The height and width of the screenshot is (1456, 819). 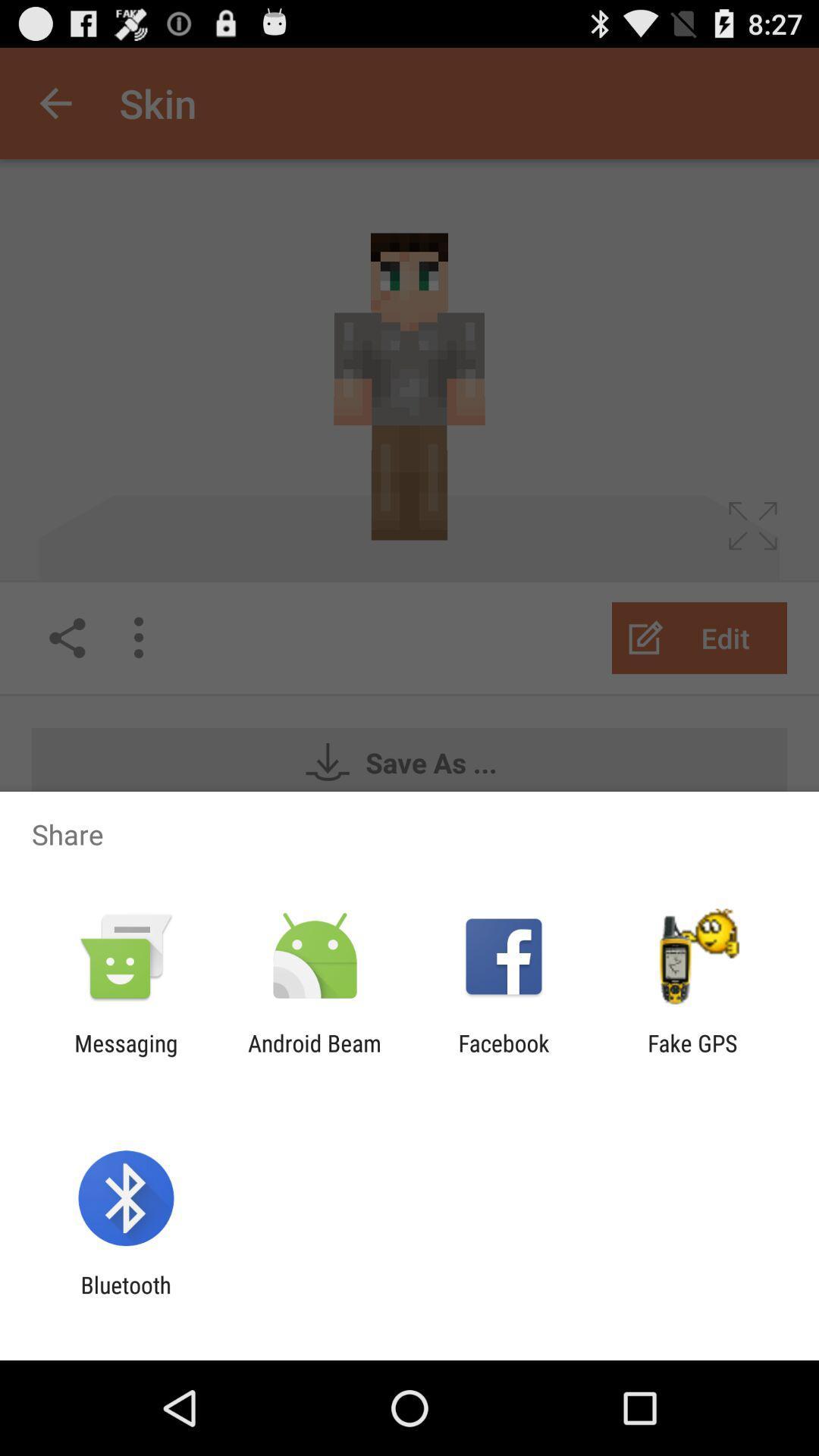 I want to click on the fake gps icon, so click(x=692, y=1056).